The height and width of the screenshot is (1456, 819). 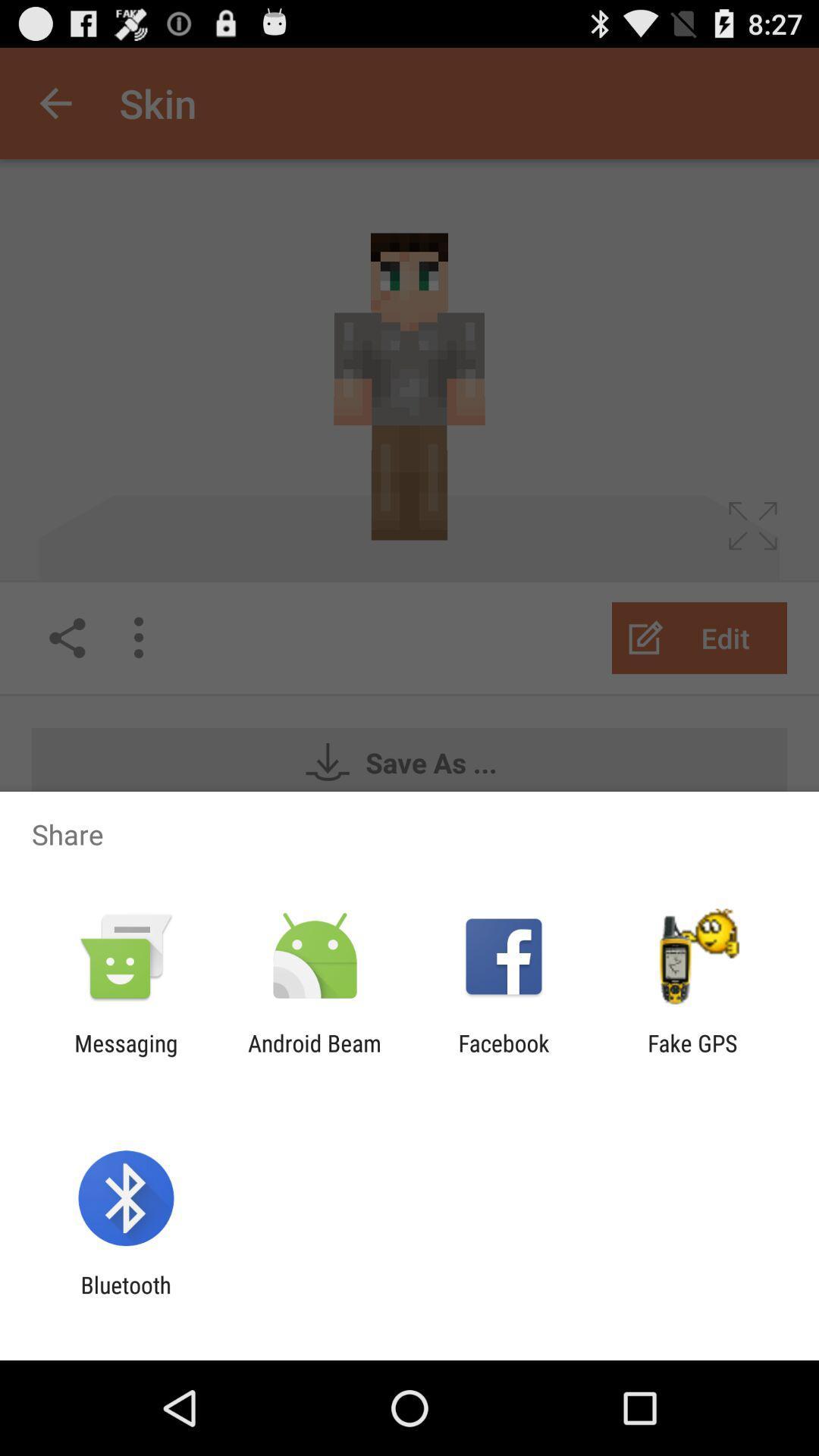 I want to click on the fake gps icon, so click(x=692, y=1056).